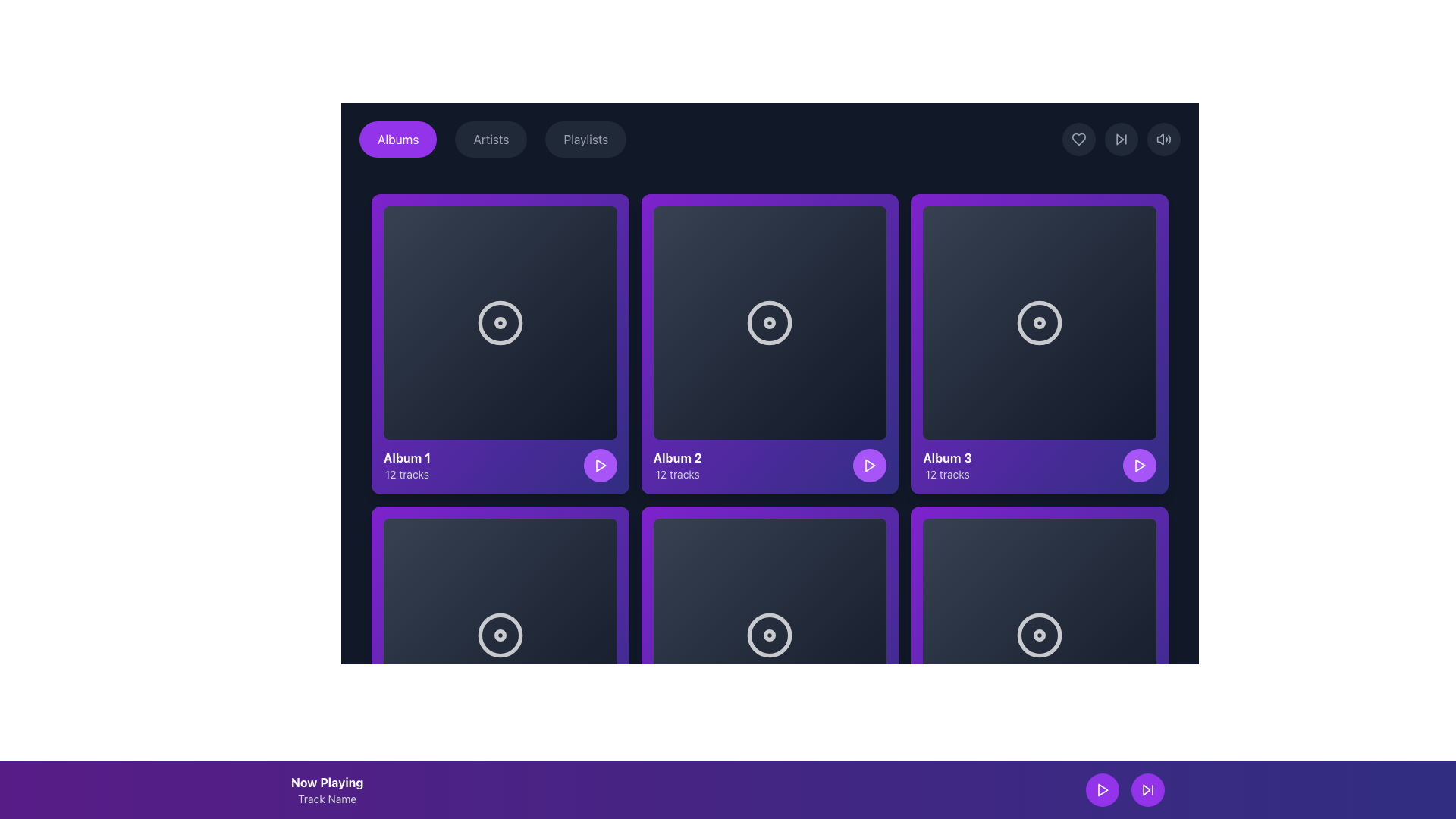  I want to click on the album card that represents an album, which is the second card in the first row of a grid layout, so click(770, 344).